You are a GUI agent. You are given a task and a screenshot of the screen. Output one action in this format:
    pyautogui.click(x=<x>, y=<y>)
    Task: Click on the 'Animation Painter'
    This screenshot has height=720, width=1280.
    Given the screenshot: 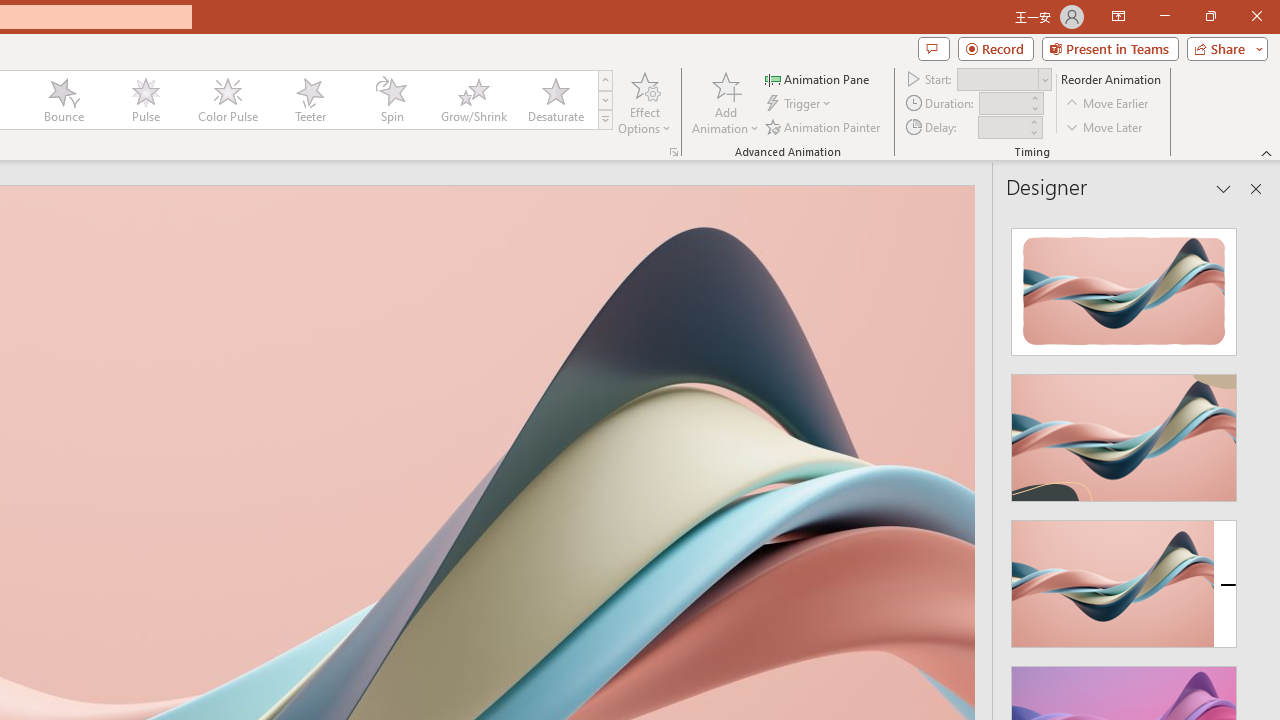 What is the action you would take?
    pyautogui.click(x=824, y=127)
    